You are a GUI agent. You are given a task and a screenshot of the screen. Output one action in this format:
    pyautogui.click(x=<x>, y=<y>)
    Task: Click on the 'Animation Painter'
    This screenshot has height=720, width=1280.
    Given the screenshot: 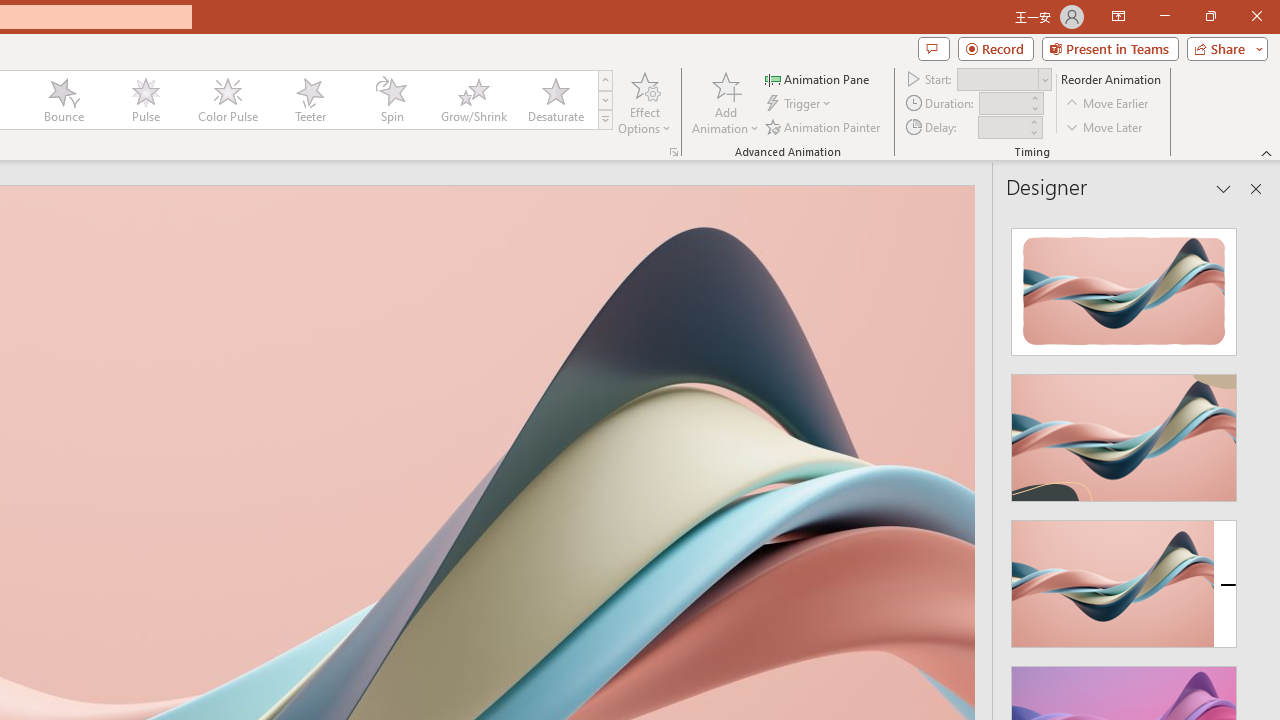 What is the action you would take?
    pyautogui.click(x=824, y=127)
    